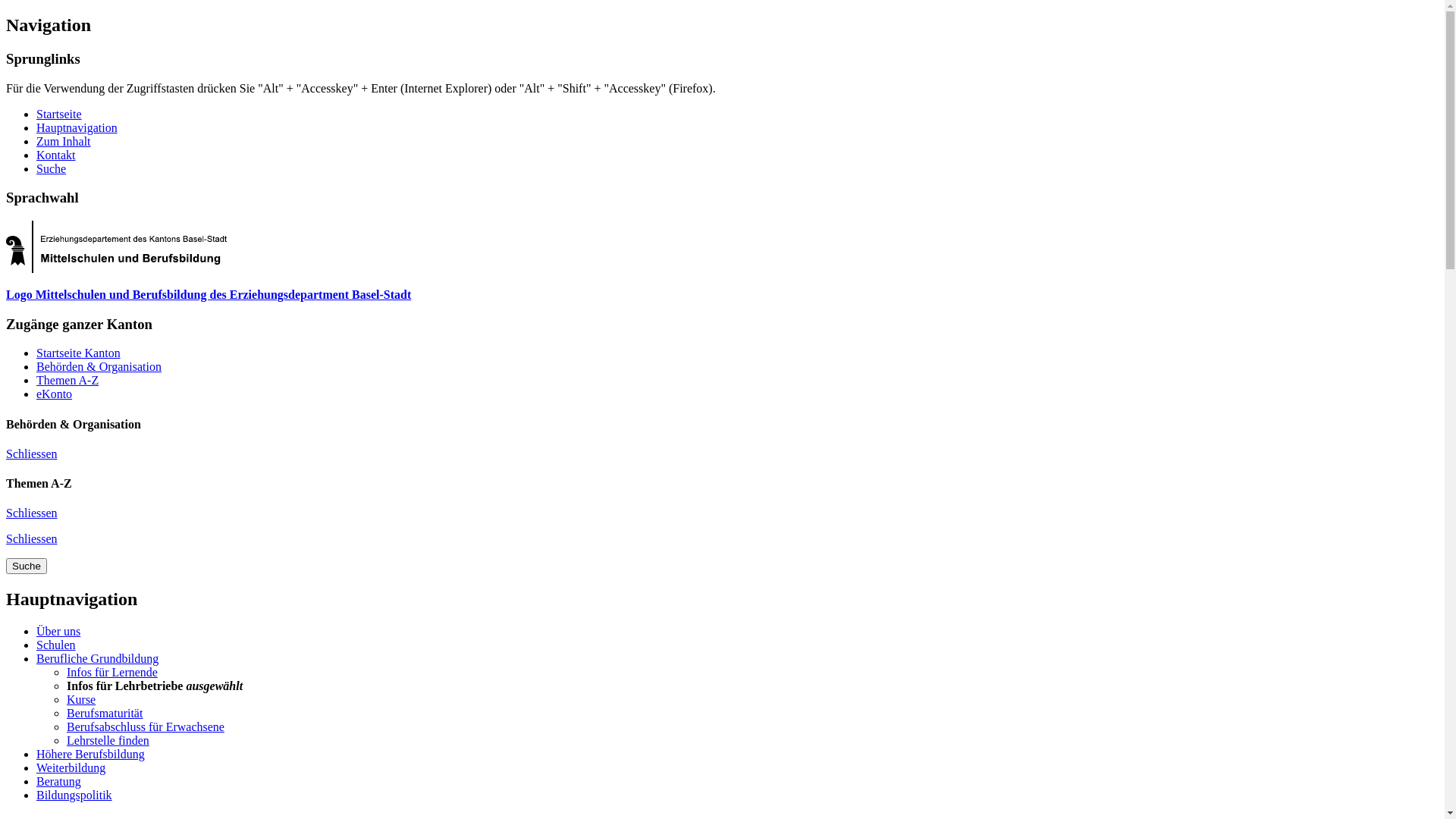 This screenshot has height=819, width=1456. What do you see at coordinates (77, 353) in the screenshot?
I see `'Startseite Kanton'` at bounding box center [77, 353].